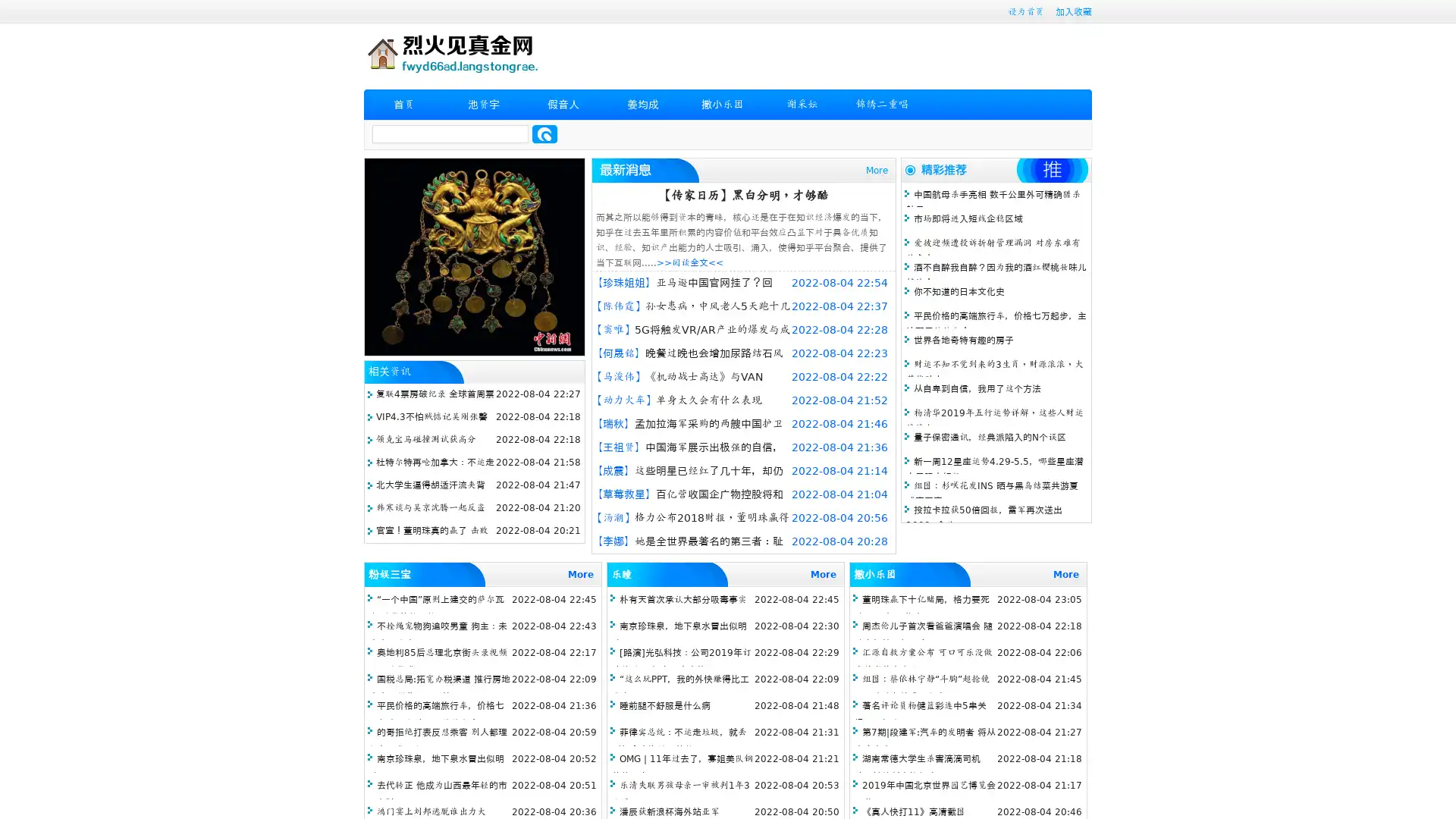  What do you see at coordinates (544, 133) in the screenshot?
I see `Search` at bounding box center [544, 133].